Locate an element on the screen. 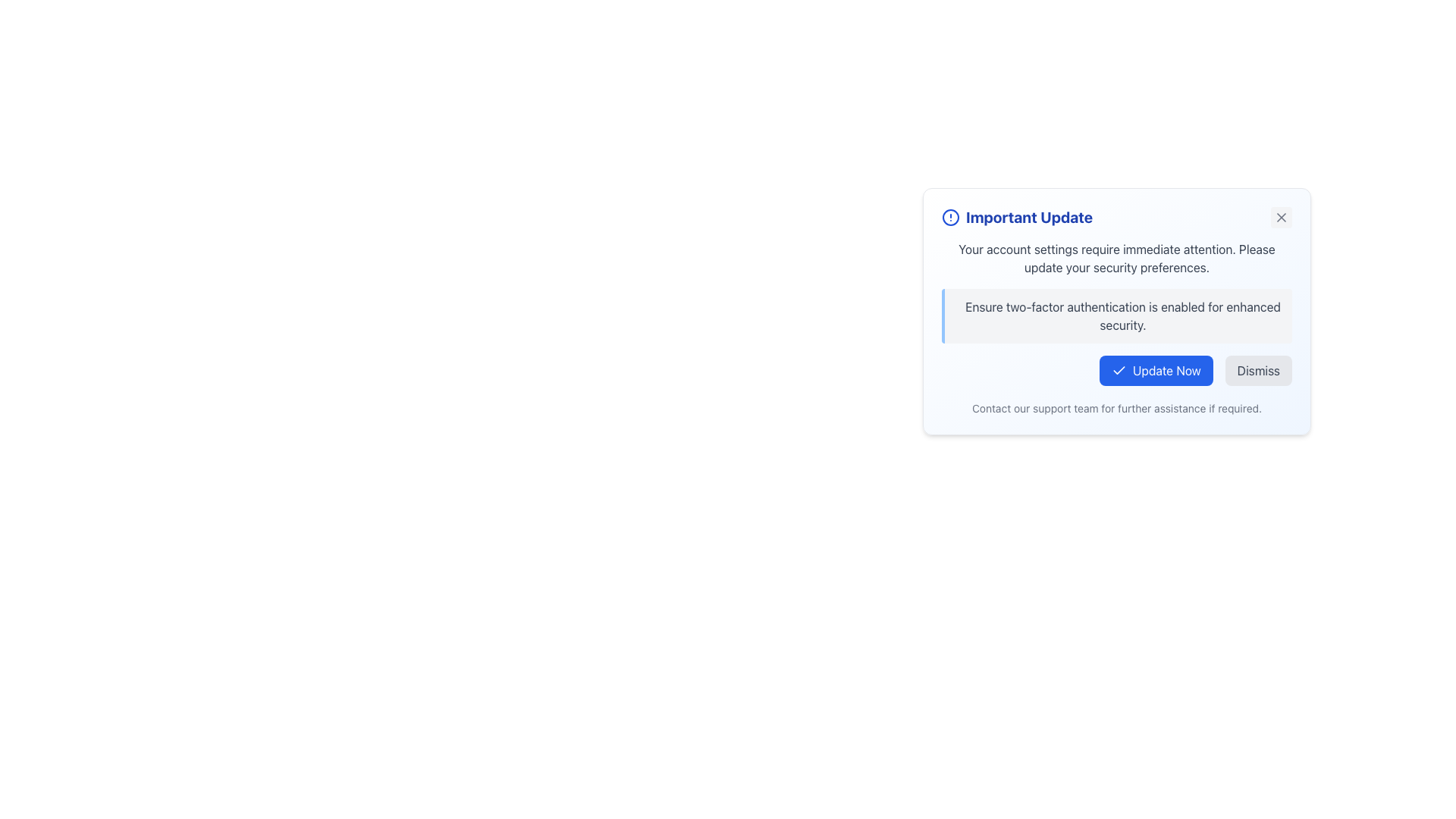 The image size is (1456, 819). the circular icon with a blue outline located to the left of the bold text 'Important Update' in the header of the notification card is located at coordinates (949, 217).